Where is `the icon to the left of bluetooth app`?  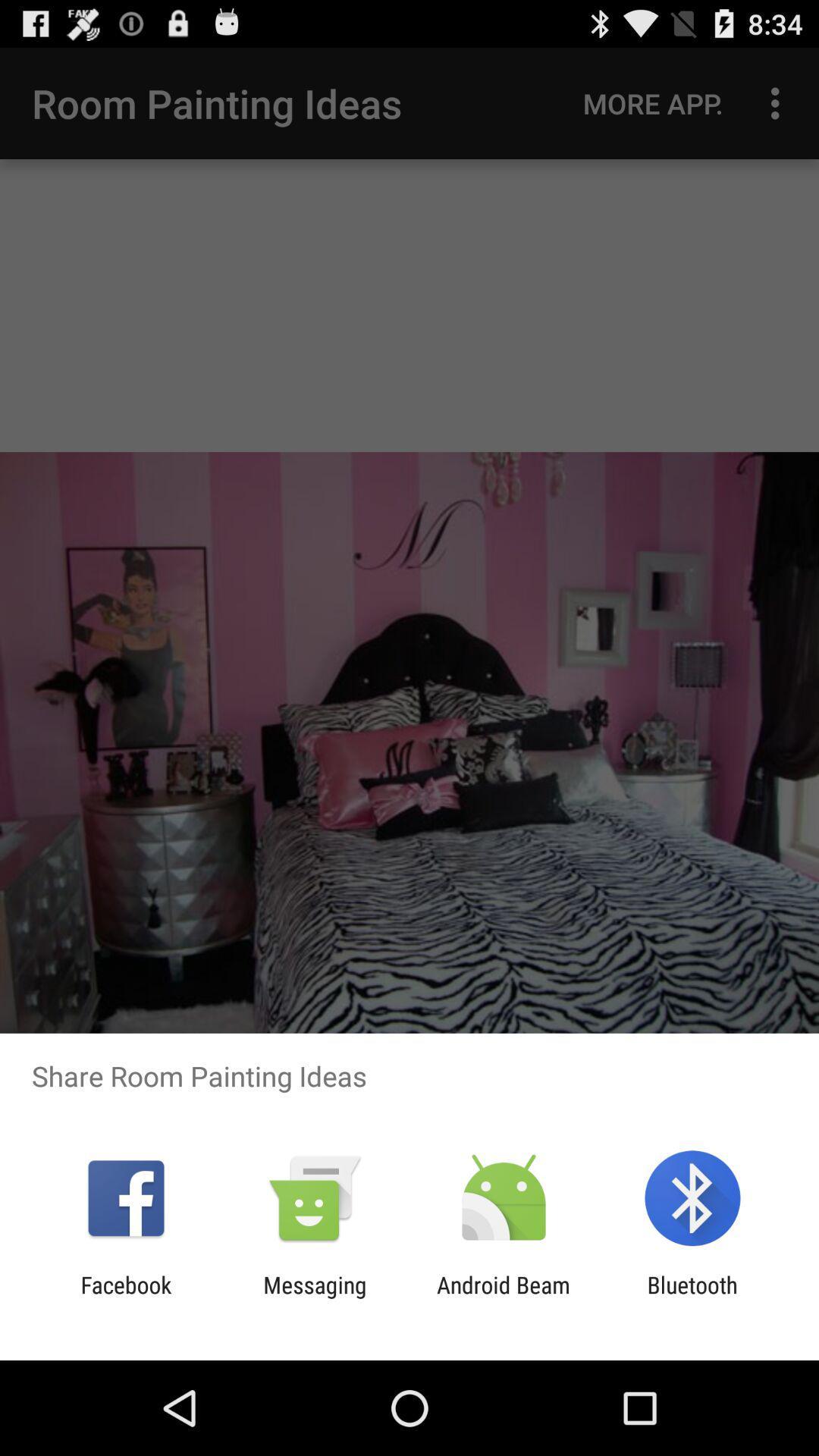 the icon to the left of bluetooth app is located at coordinates (504, 1298).